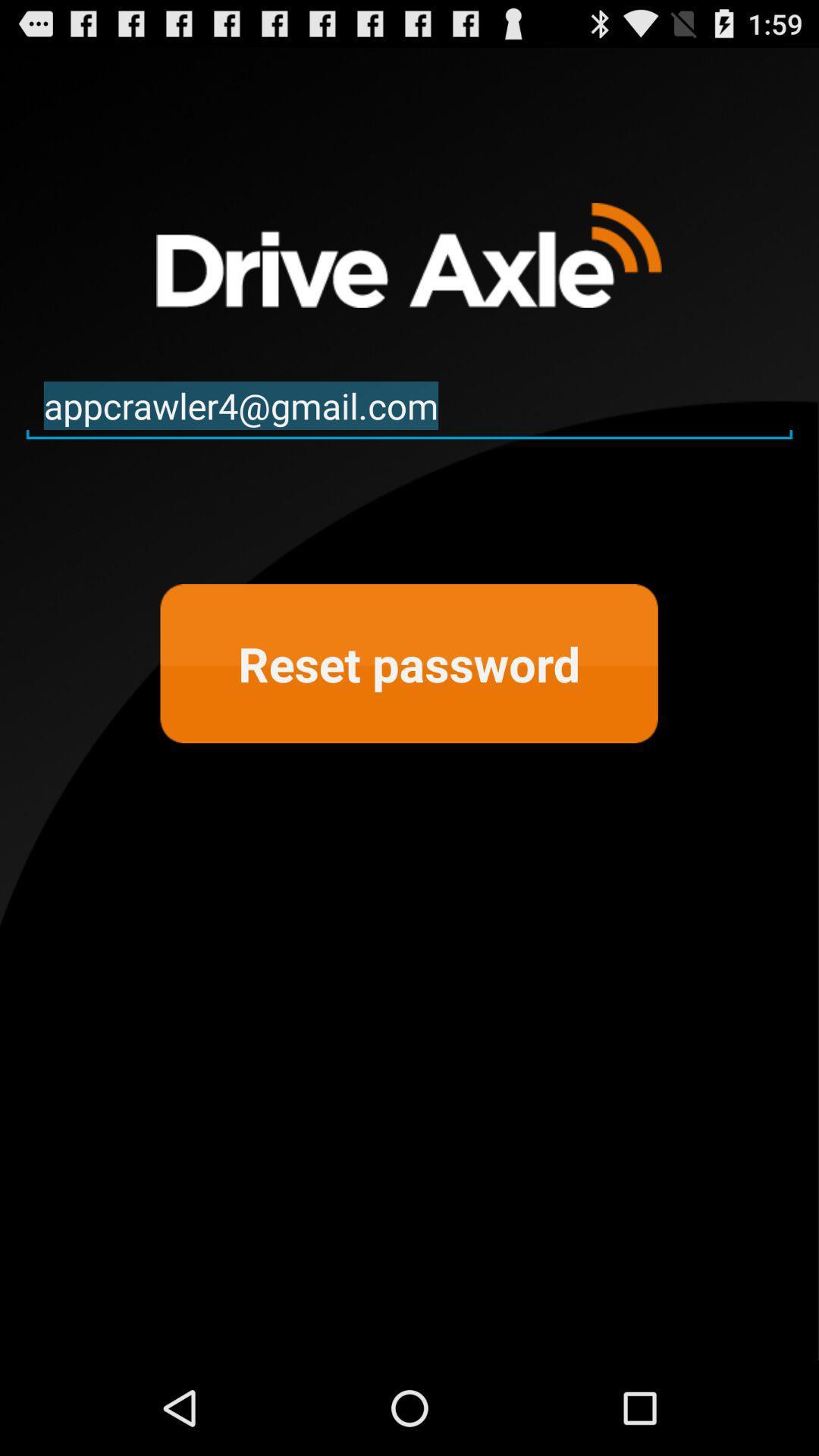 Image resolution: width=819 pixels, height=1456 pixels. I want to click on the icon below appcrawler4@gmail.com icon, so click(408, 664).